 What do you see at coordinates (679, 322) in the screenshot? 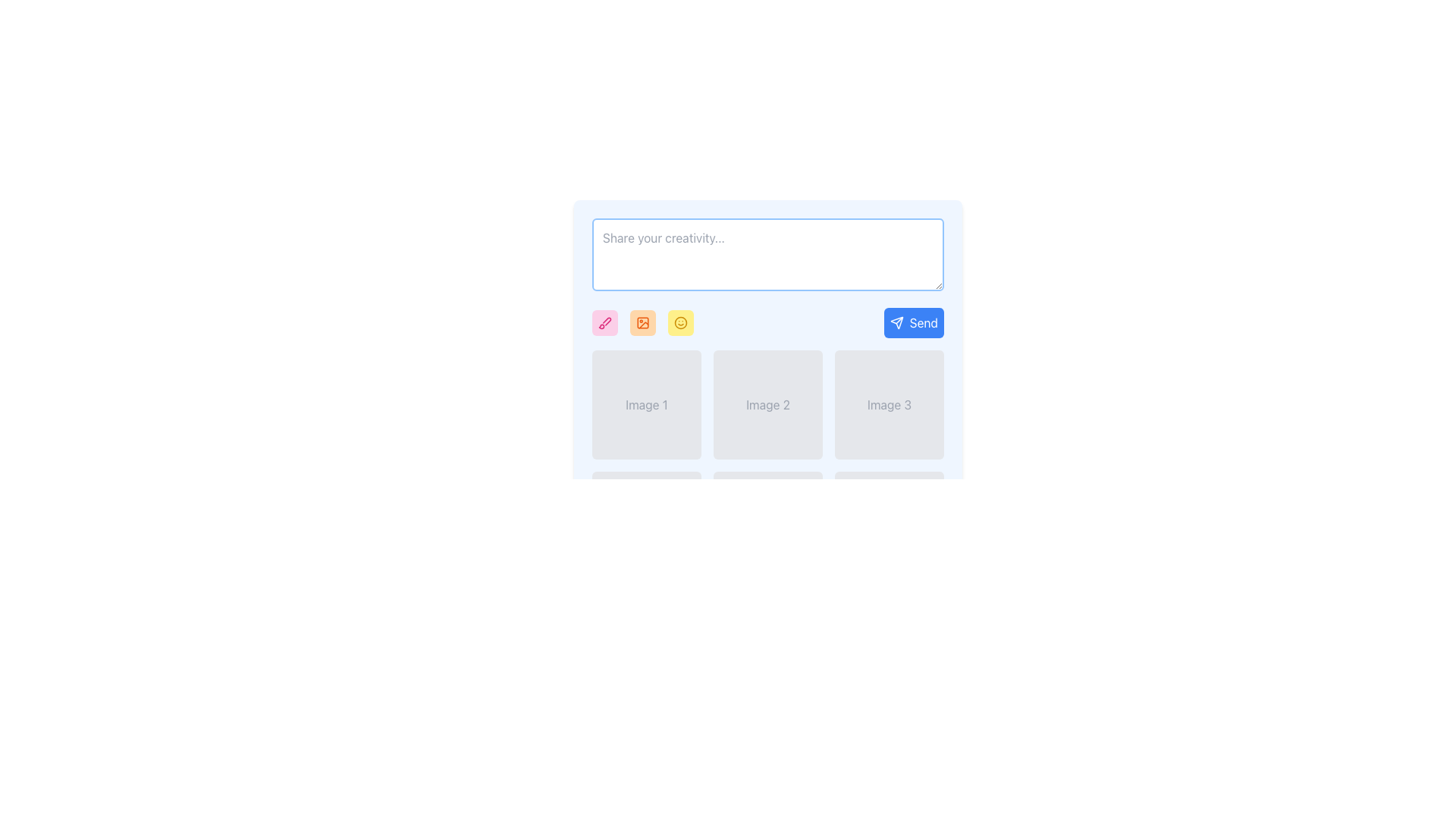
I see `the rounded yellow button with a smiling face icon` at bounding box center [679, 322].